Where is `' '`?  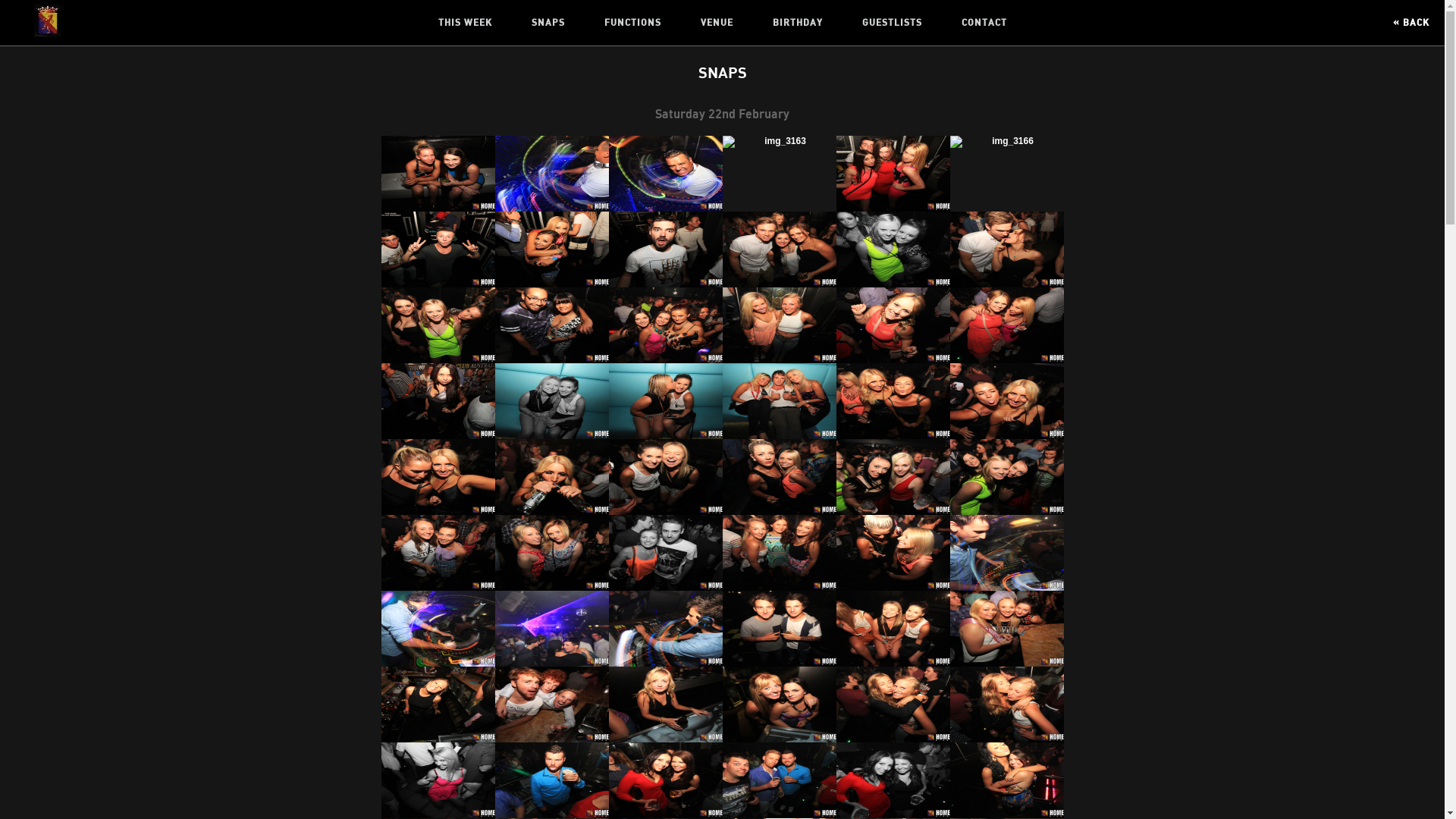
' ' is located at coordinates (779, 248).